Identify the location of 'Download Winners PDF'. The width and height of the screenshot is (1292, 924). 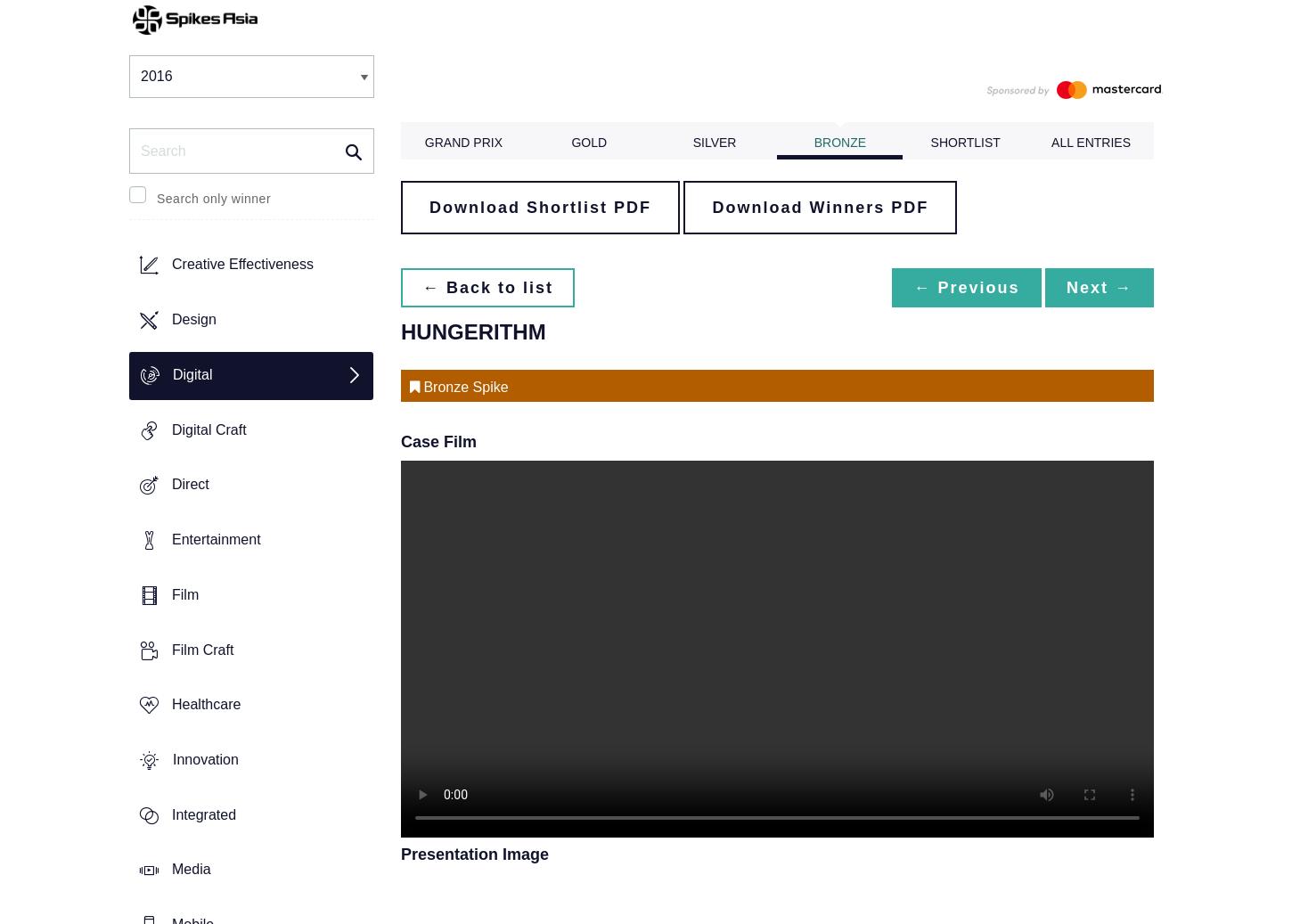
(819, 205).